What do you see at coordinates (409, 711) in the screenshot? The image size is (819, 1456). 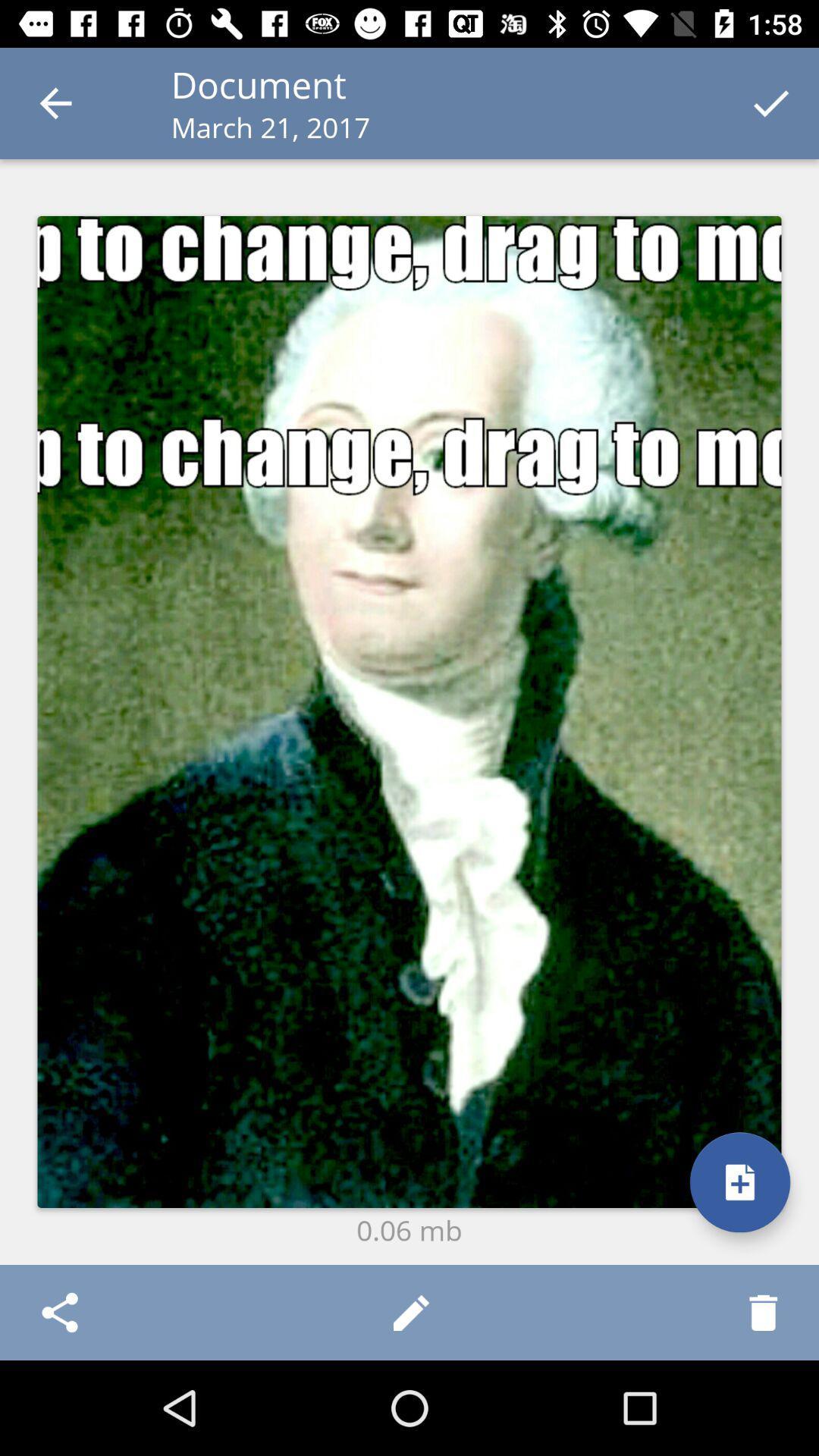 I see `the icon above the 0.06 mb` at bounding box center [409, 711].